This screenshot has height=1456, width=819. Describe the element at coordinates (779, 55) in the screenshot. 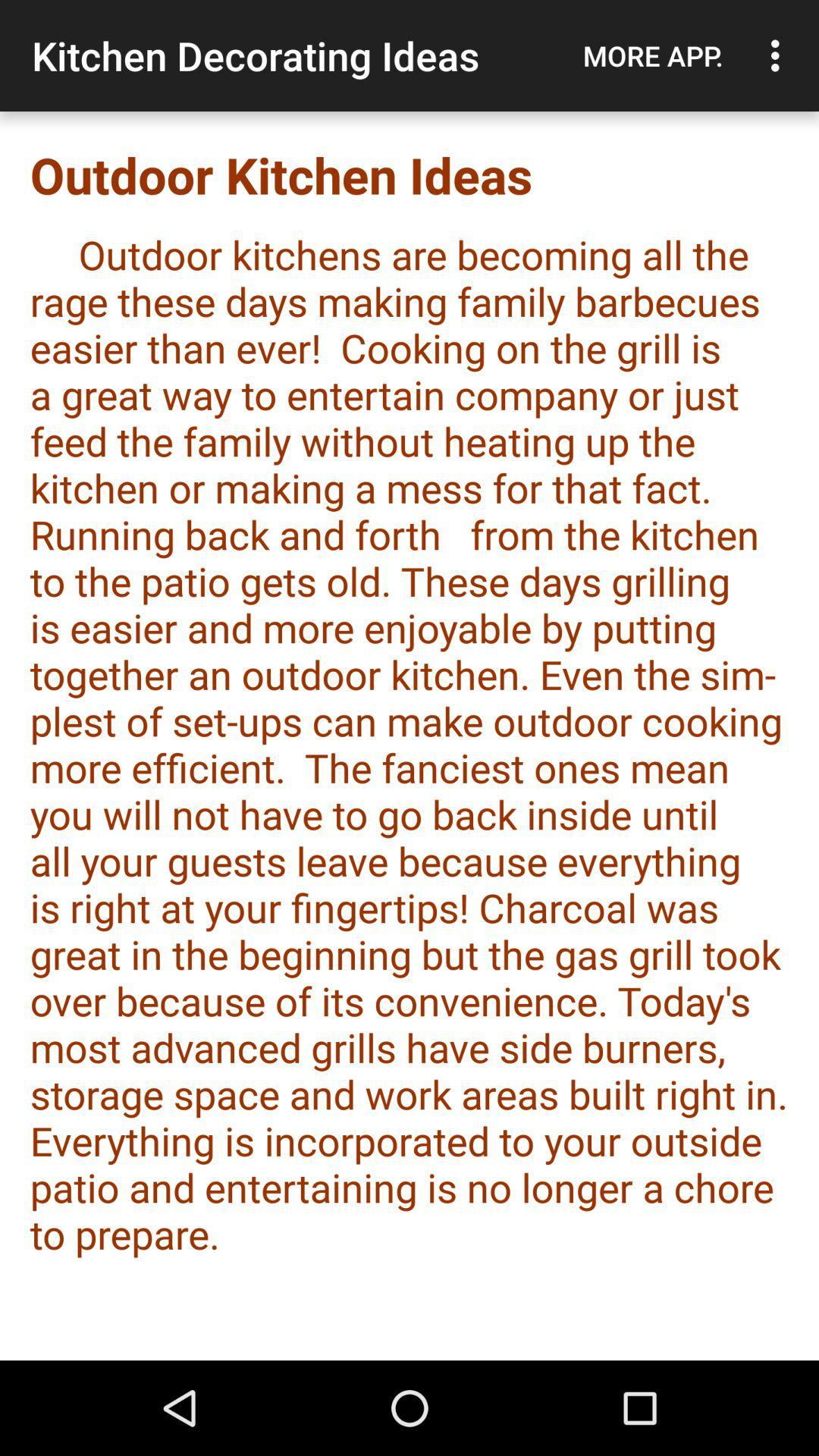

I see `icon next to the more app.` at that location.